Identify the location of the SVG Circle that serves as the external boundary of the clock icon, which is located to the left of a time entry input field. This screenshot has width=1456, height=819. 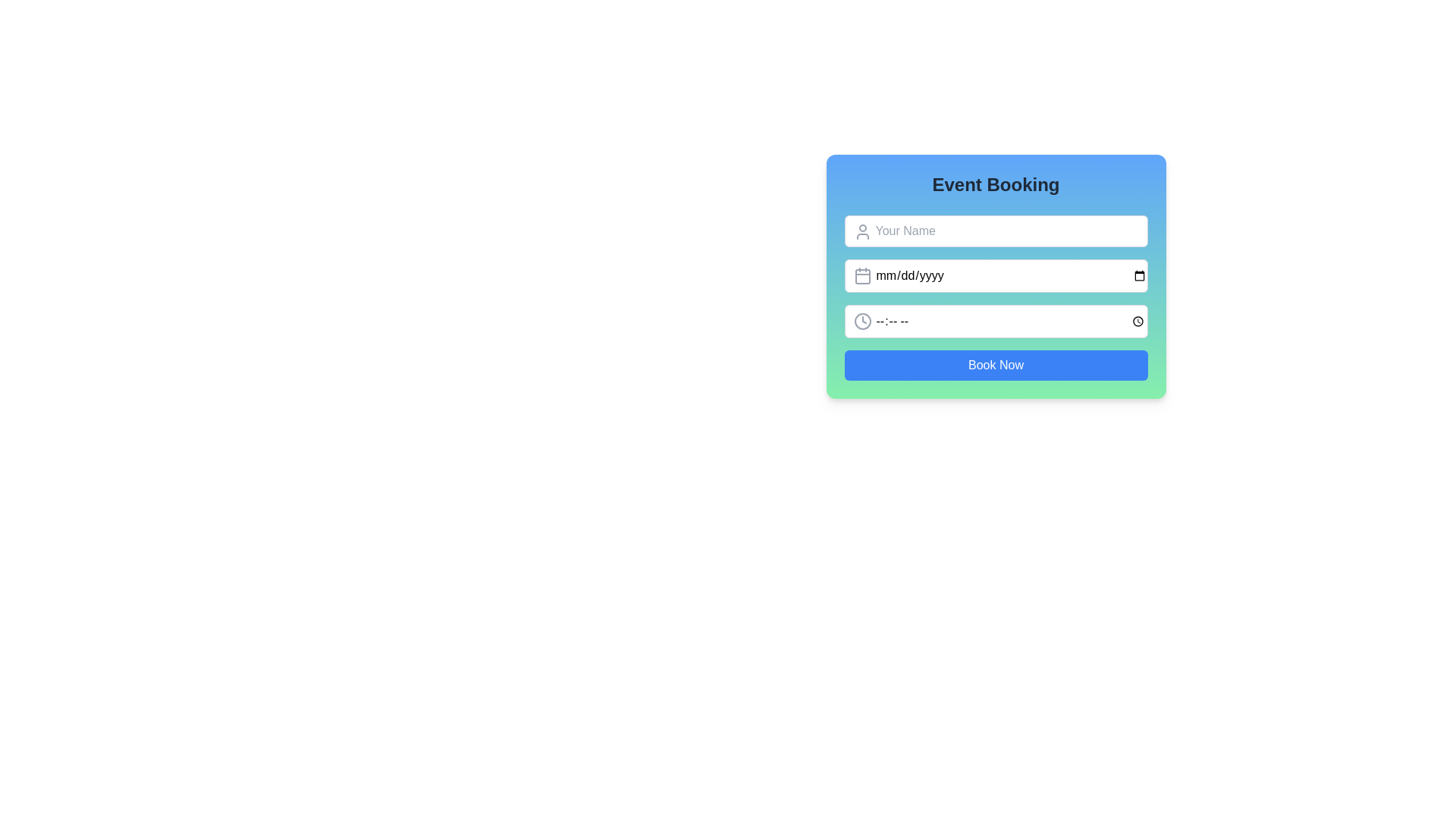
(862, 321).